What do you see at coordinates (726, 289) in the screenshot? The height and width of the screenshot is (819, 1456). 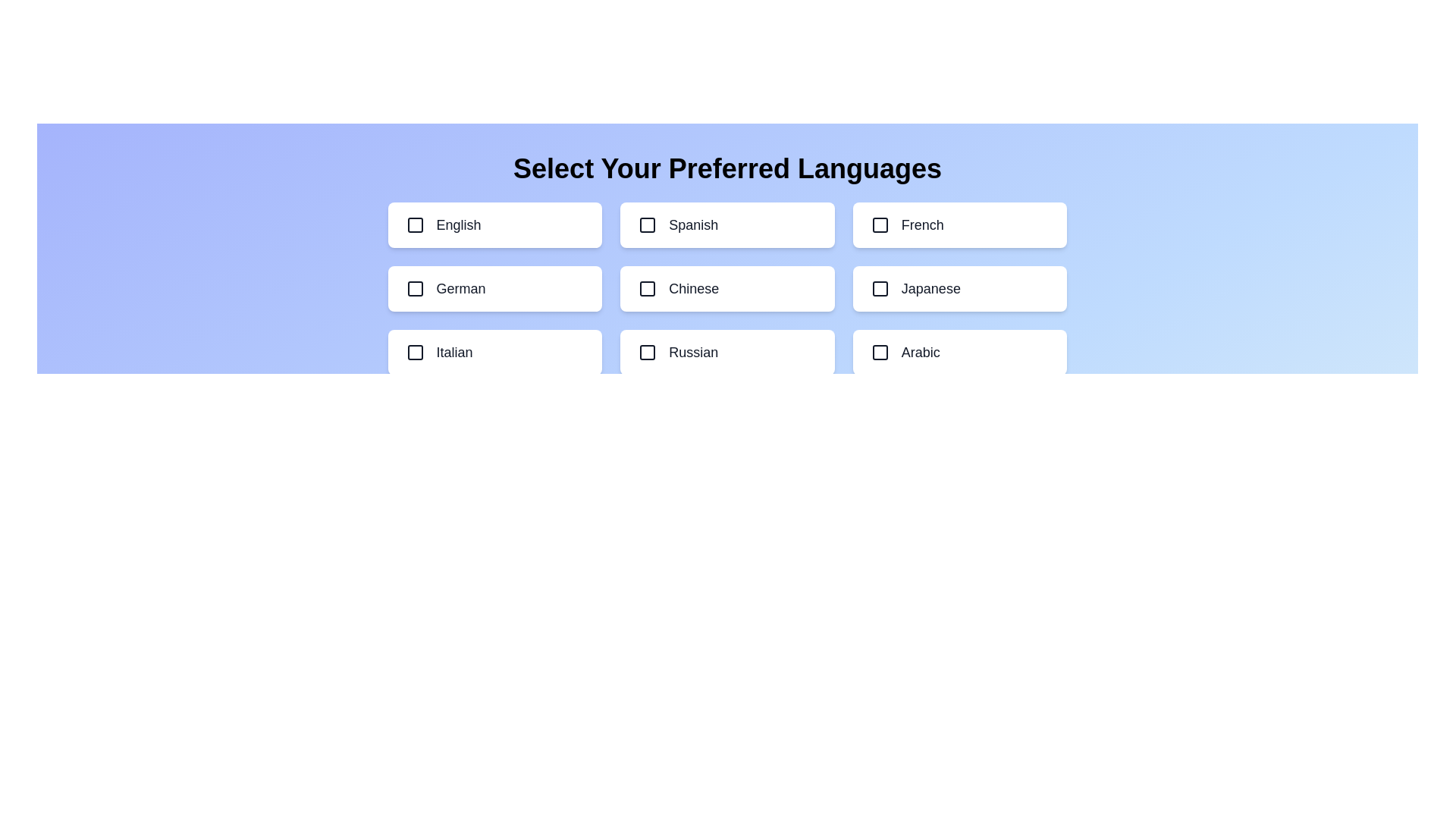 I see `the language option Chinese` at bounding box center [726, 289].